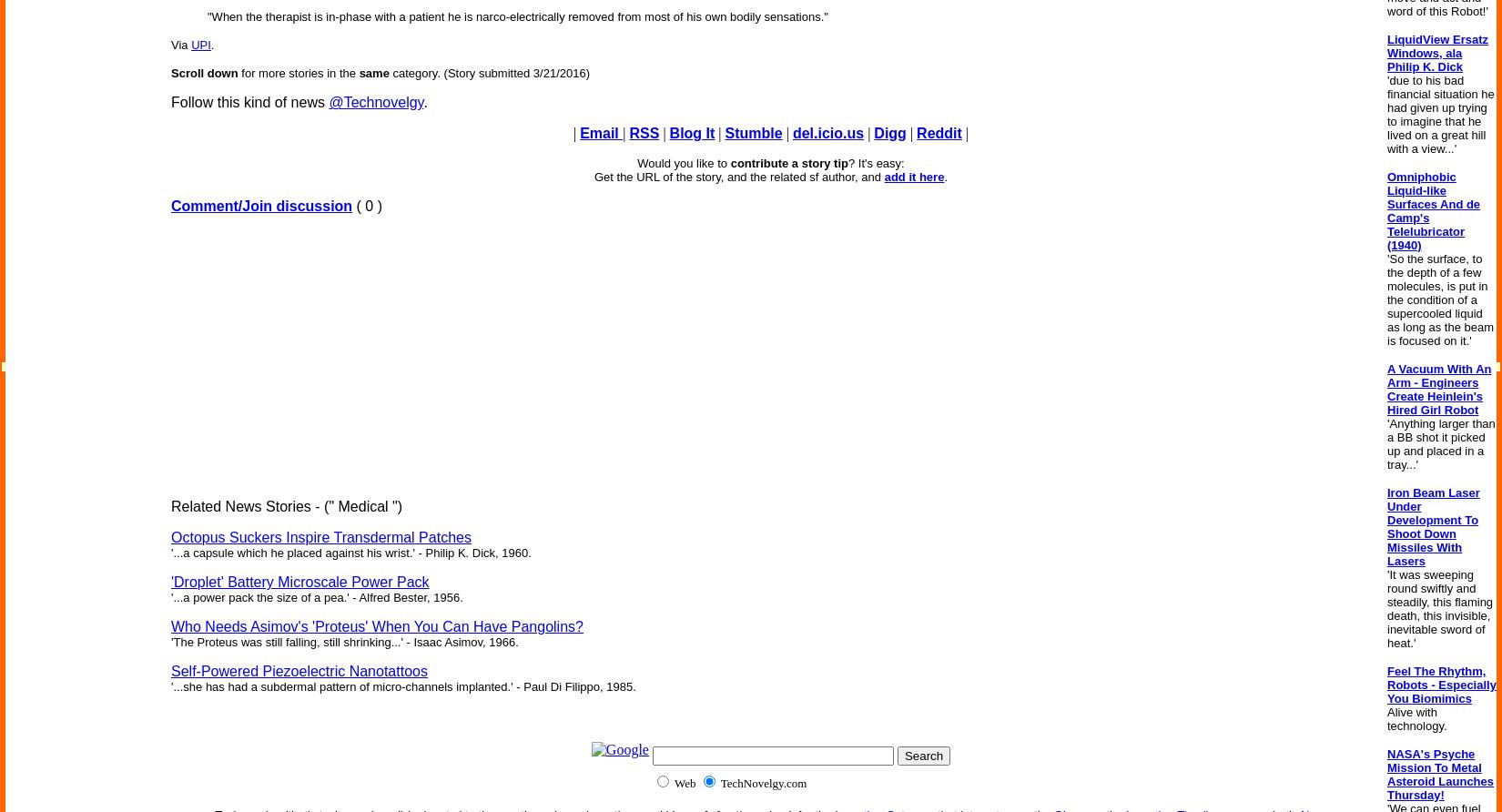 This screenshot has height=812, width=1502. I want to click on '"When the therapist is in-phase with a patient he is narco-electrically removed from most of his own bodily sensations."', so click(516, 16).